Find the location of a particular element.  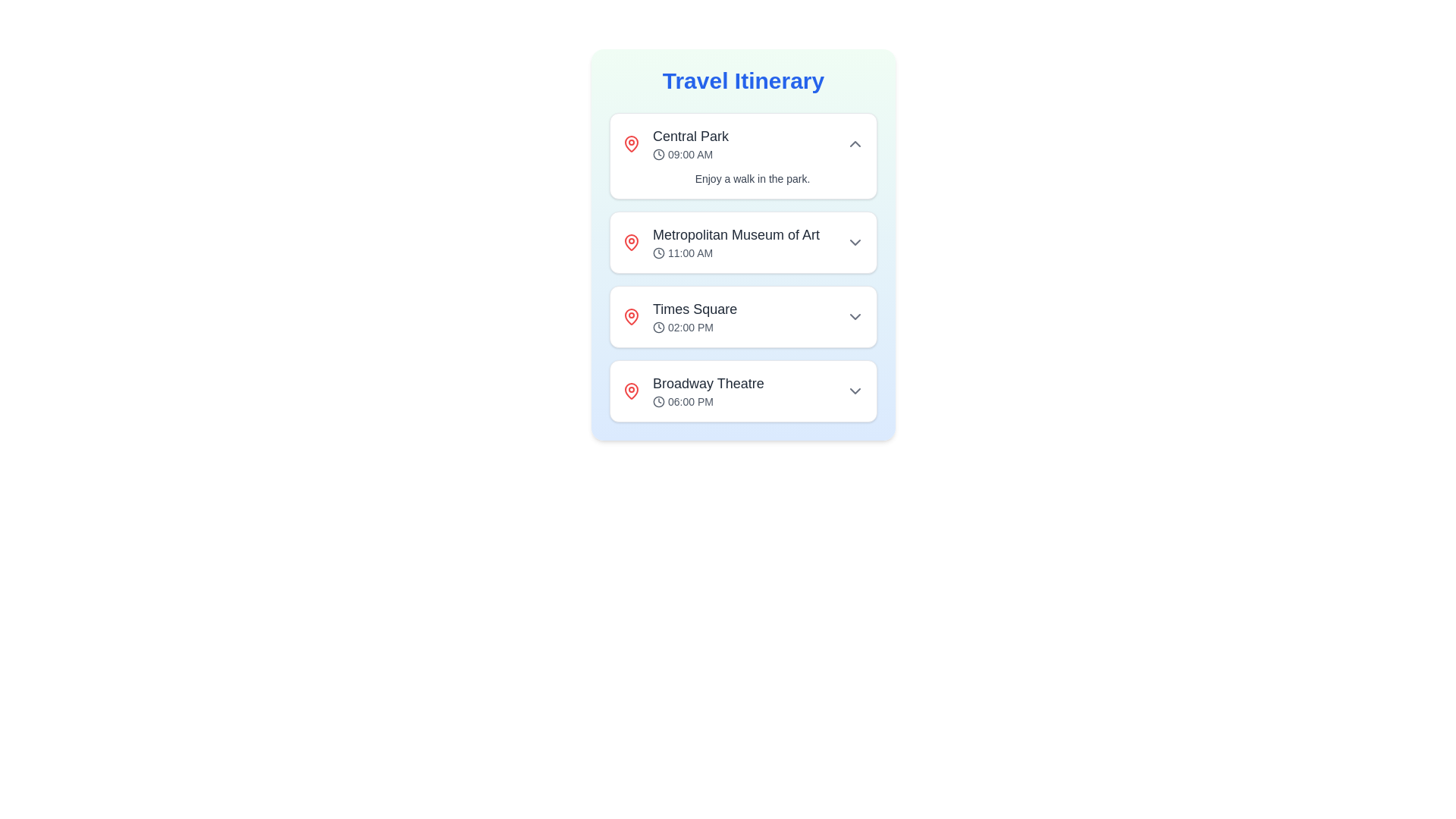

the first card titled 'Central Park' within the 'Travel Itinerary' section is located at coordinates (743, 155).